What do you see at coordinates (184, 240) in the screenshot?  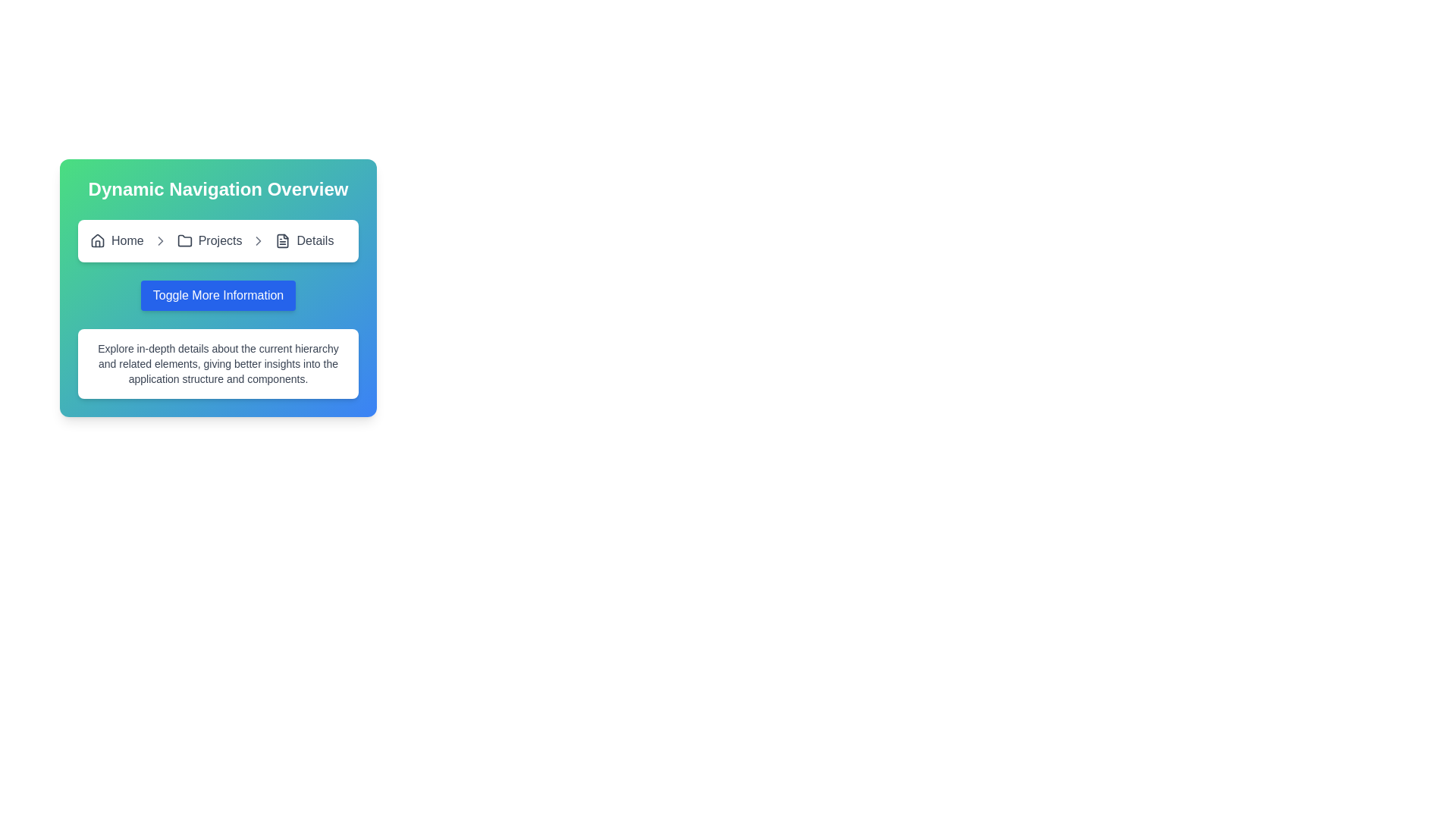 I see `the 'Projects' breadcrumb icon, which is located between the 'Home' icon and the label 'Projects' in the breadcrumb navigation at the top of the interface` at bounding box center [184, 240].